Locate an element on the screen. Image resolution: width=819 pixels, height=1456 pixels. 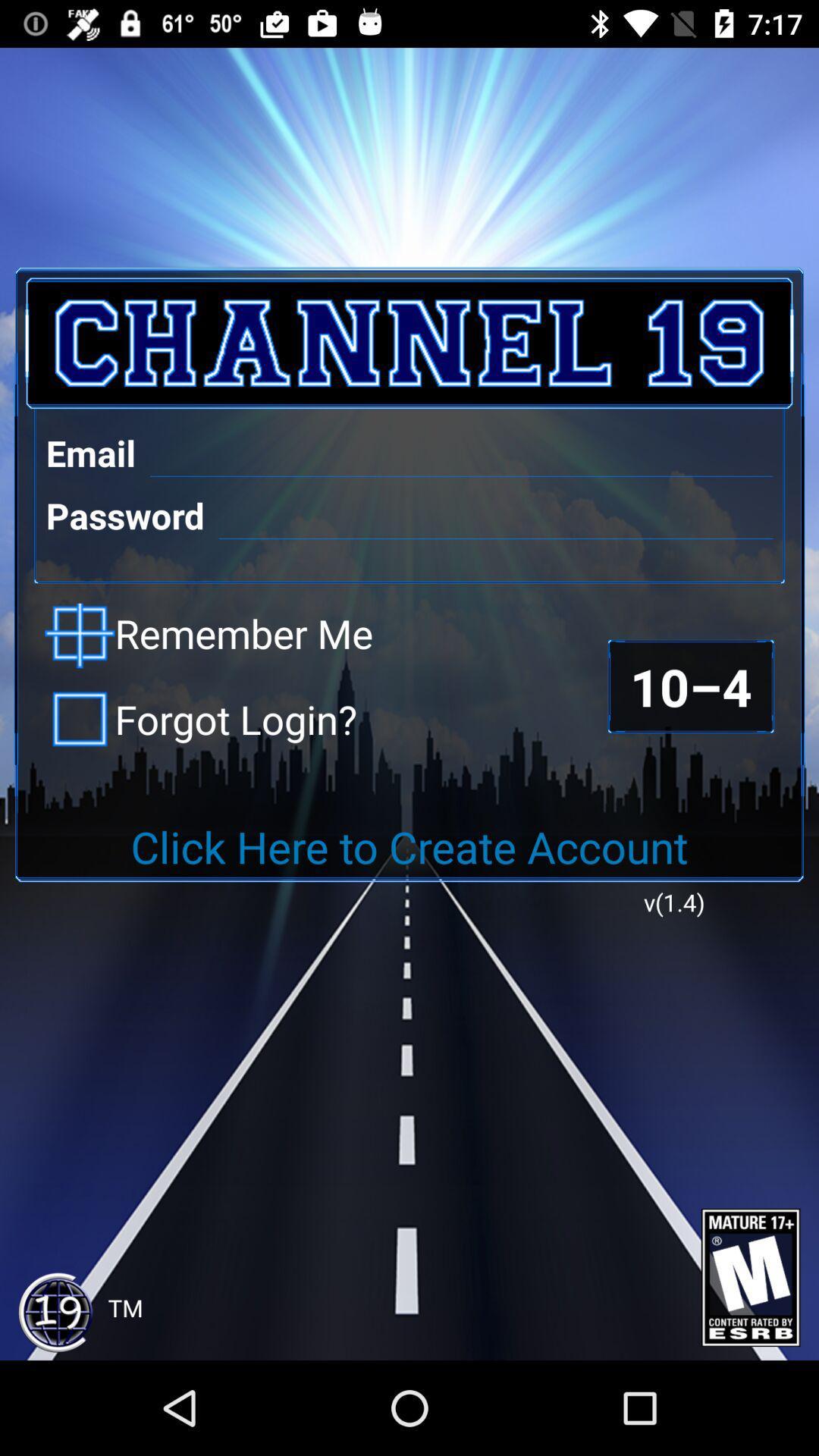
the forgot login? icon is located at coordinates (200, 718).